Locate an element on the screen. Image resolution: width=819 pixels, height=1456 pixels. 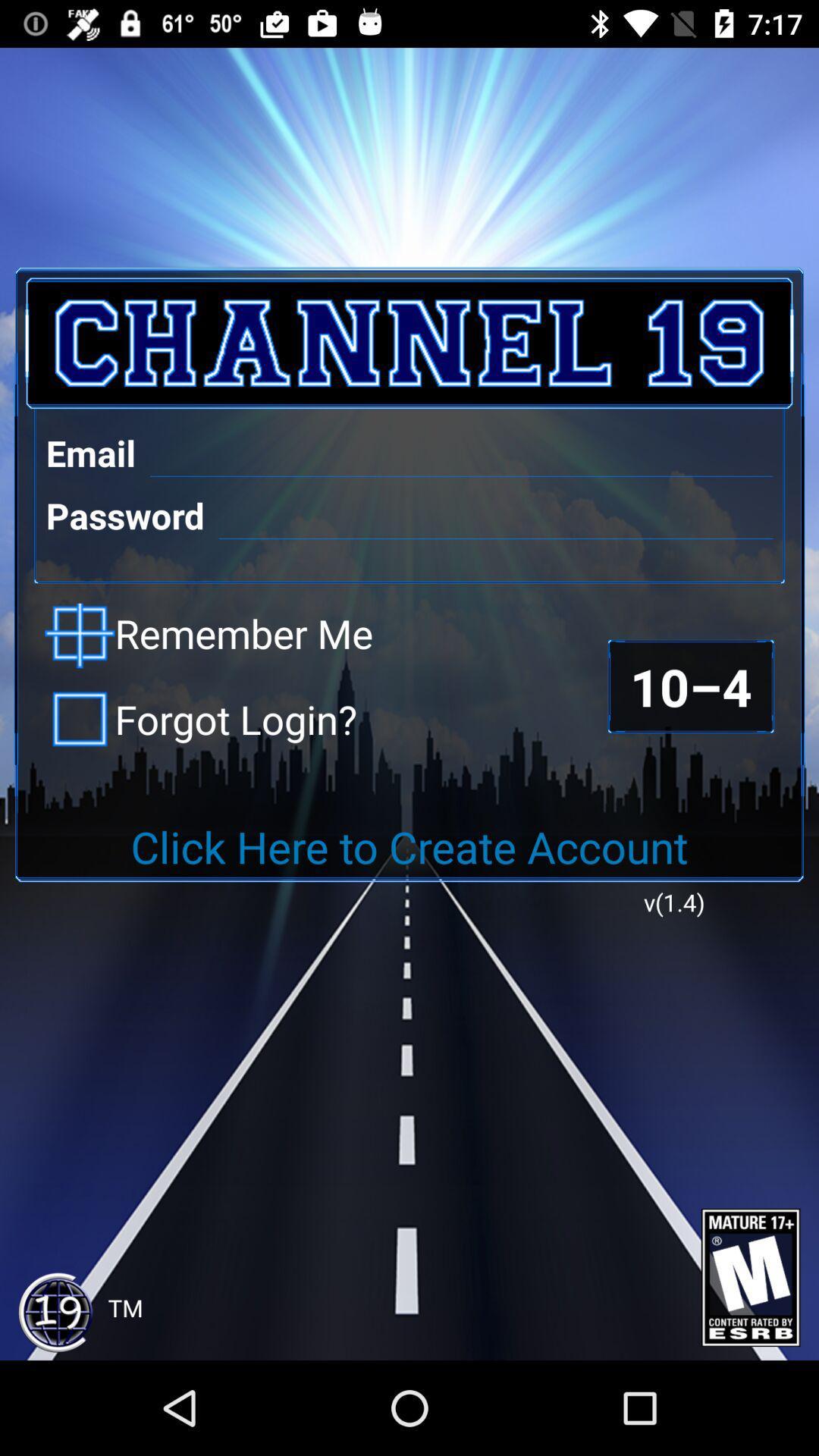
the forgot login? icon is located at coordinates (200, 718).